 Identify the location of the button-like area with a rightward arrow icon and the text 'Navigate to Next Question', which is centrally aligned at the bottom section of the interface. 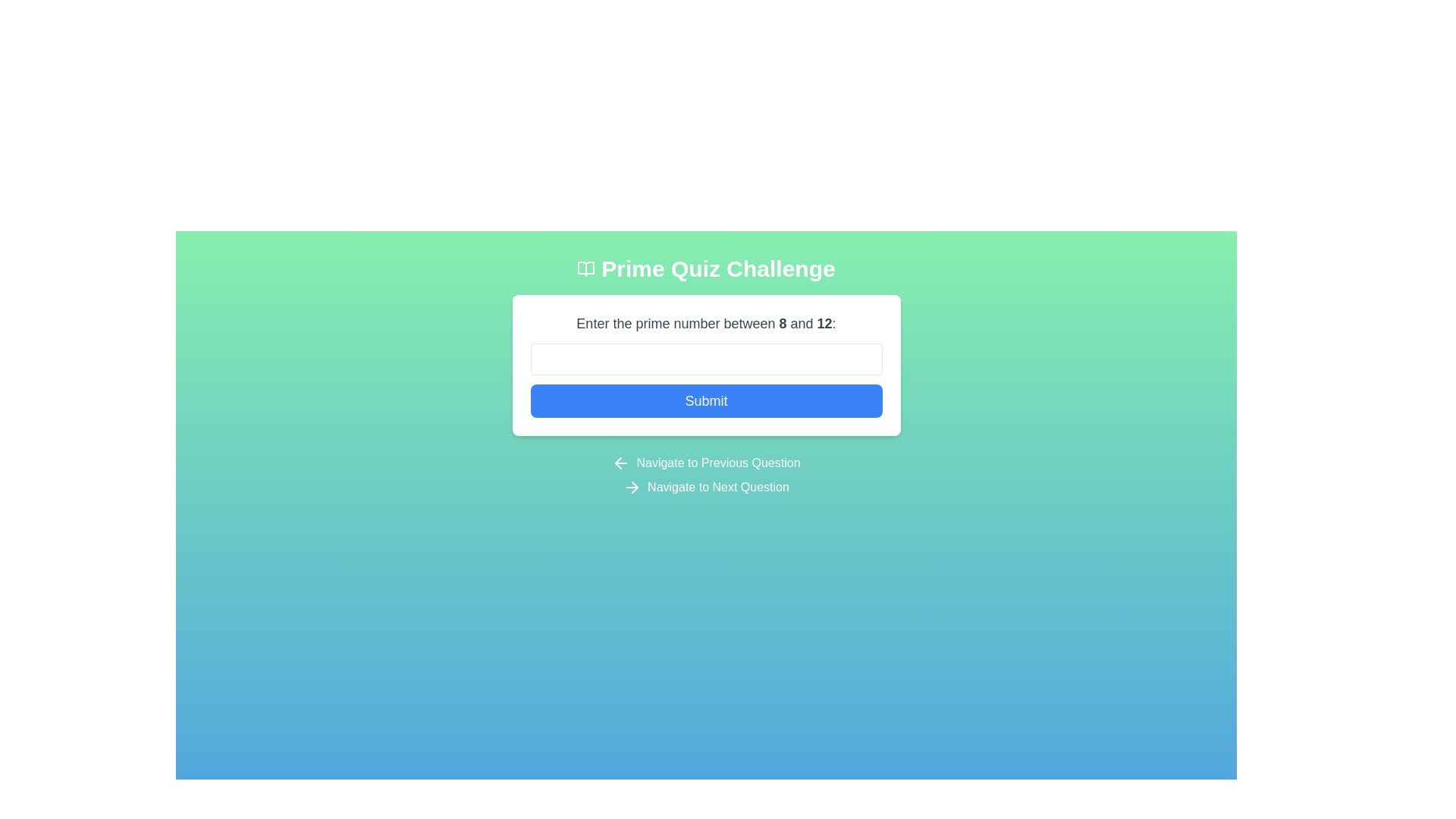
(705, 488).